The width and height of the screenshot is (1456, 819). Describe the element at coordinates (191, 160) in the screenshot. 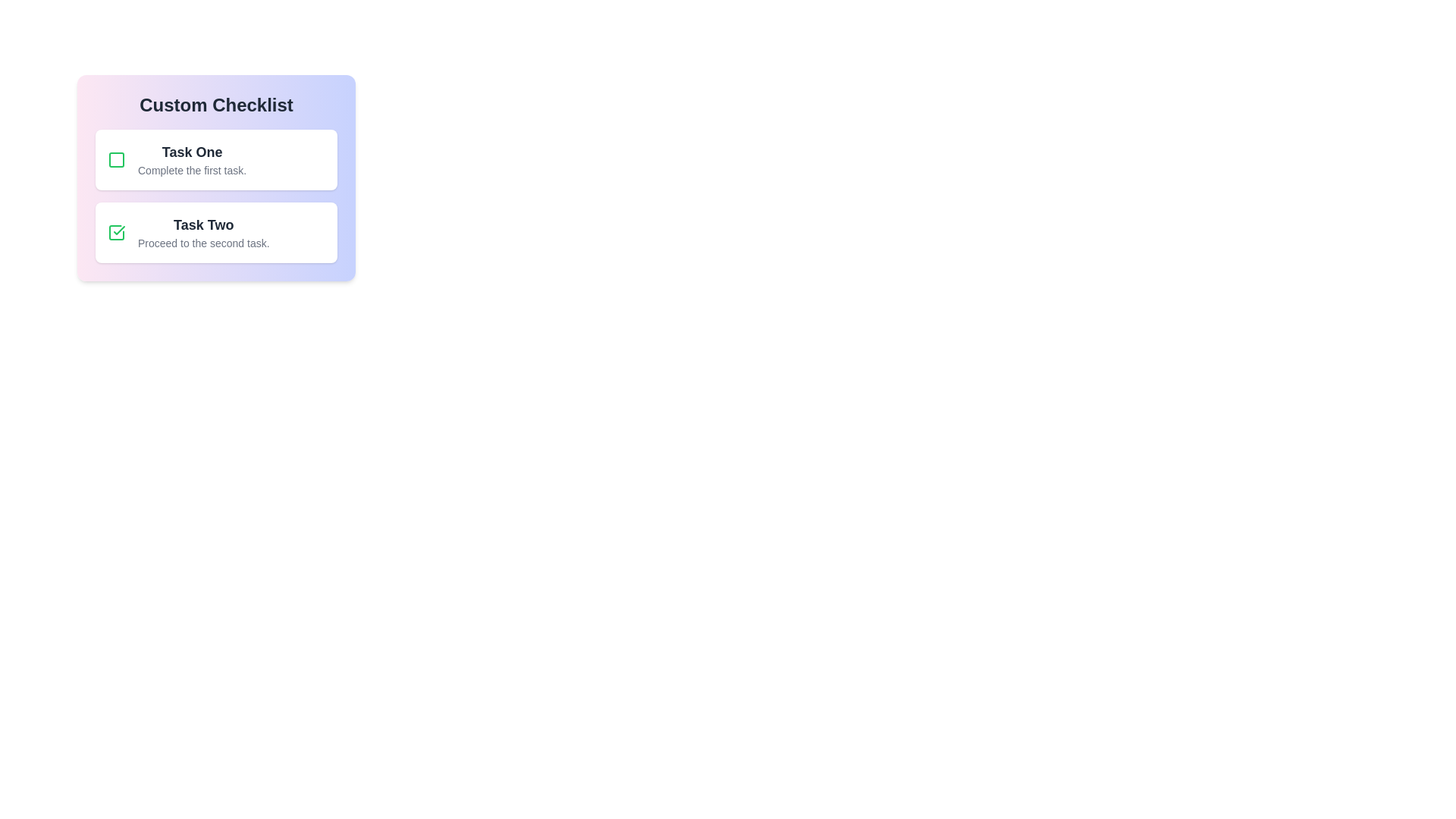

I see `text content displayed for the first task in the 'Custom Checklist', which is located to the right of the corresponding checkbox icon` at that location.